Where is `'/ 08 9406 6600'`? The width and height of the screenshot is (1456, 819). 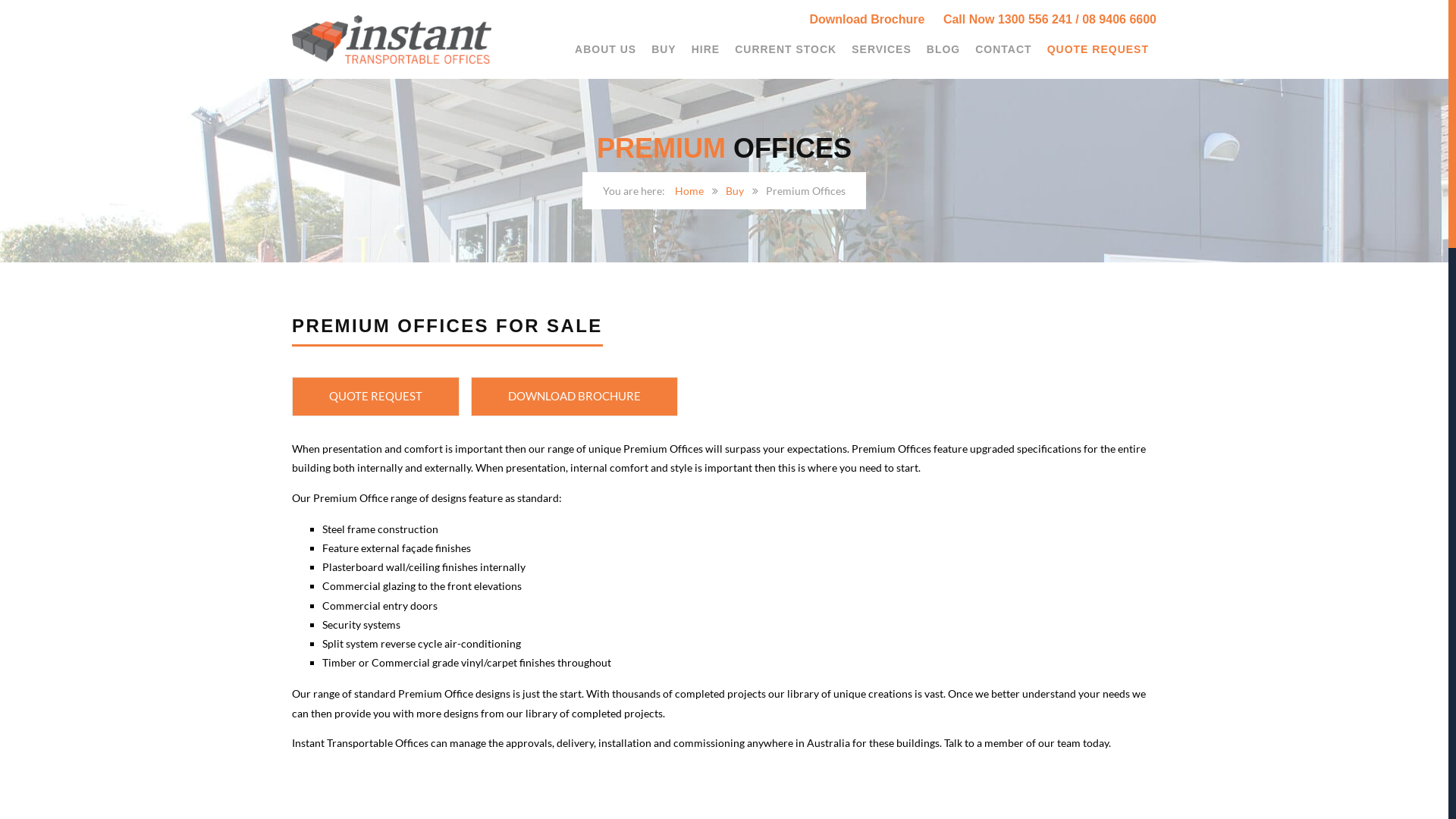
'/ 08 9406 6600' is located at coordinates (1116, 19).